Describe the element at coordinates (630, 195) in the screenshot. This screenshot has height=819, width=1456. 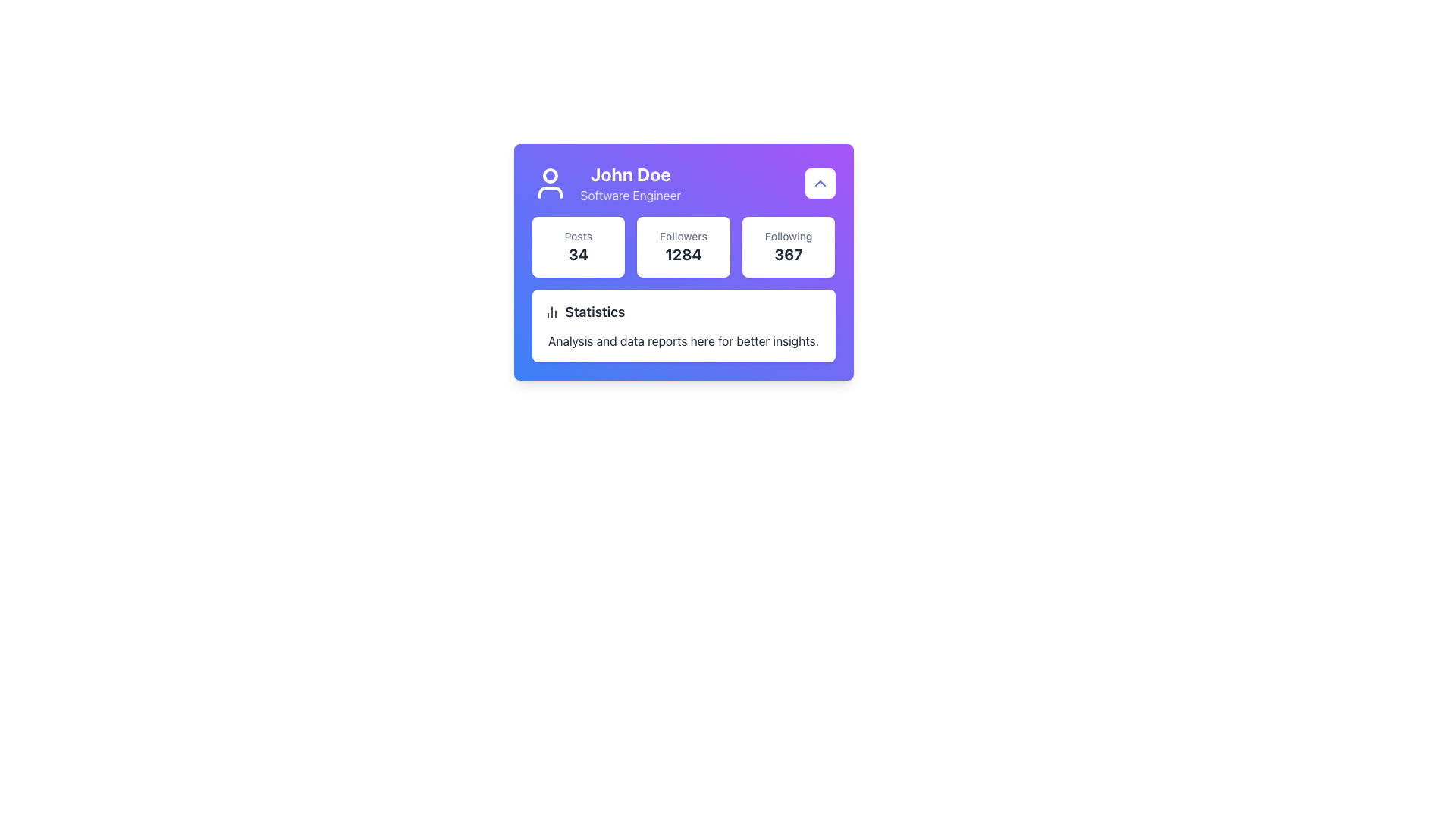
I see `the label indicating the professional title 'Software Engineer' for the user 'John Doe', which is located centrally below the name label in the user profile card` at that location.